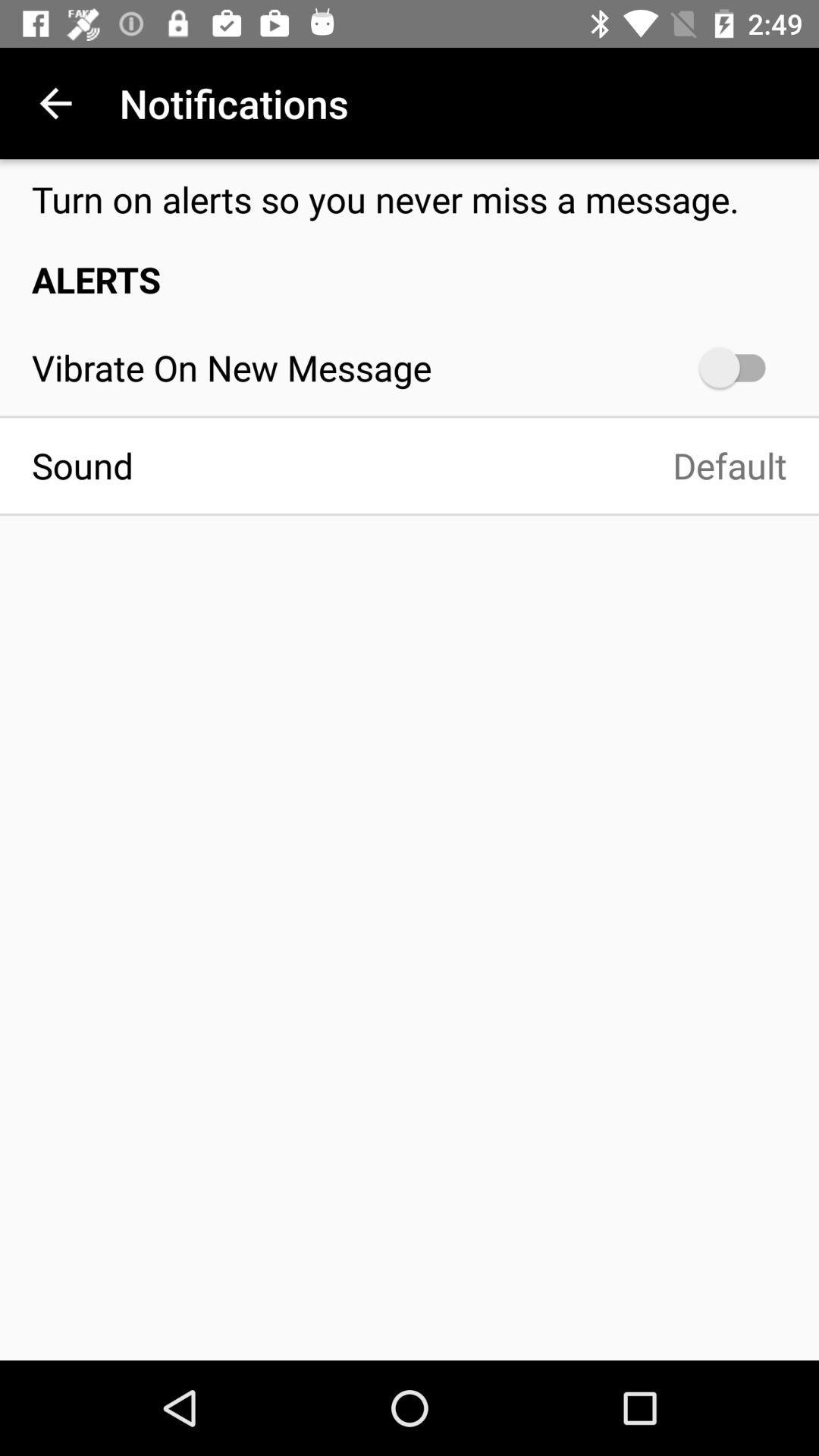 The height and width of the screenshot is (1456, 819). Describe the element at coordinates (475, 465) in the screenshot. I see `the icon next to the sound icon` at that location.